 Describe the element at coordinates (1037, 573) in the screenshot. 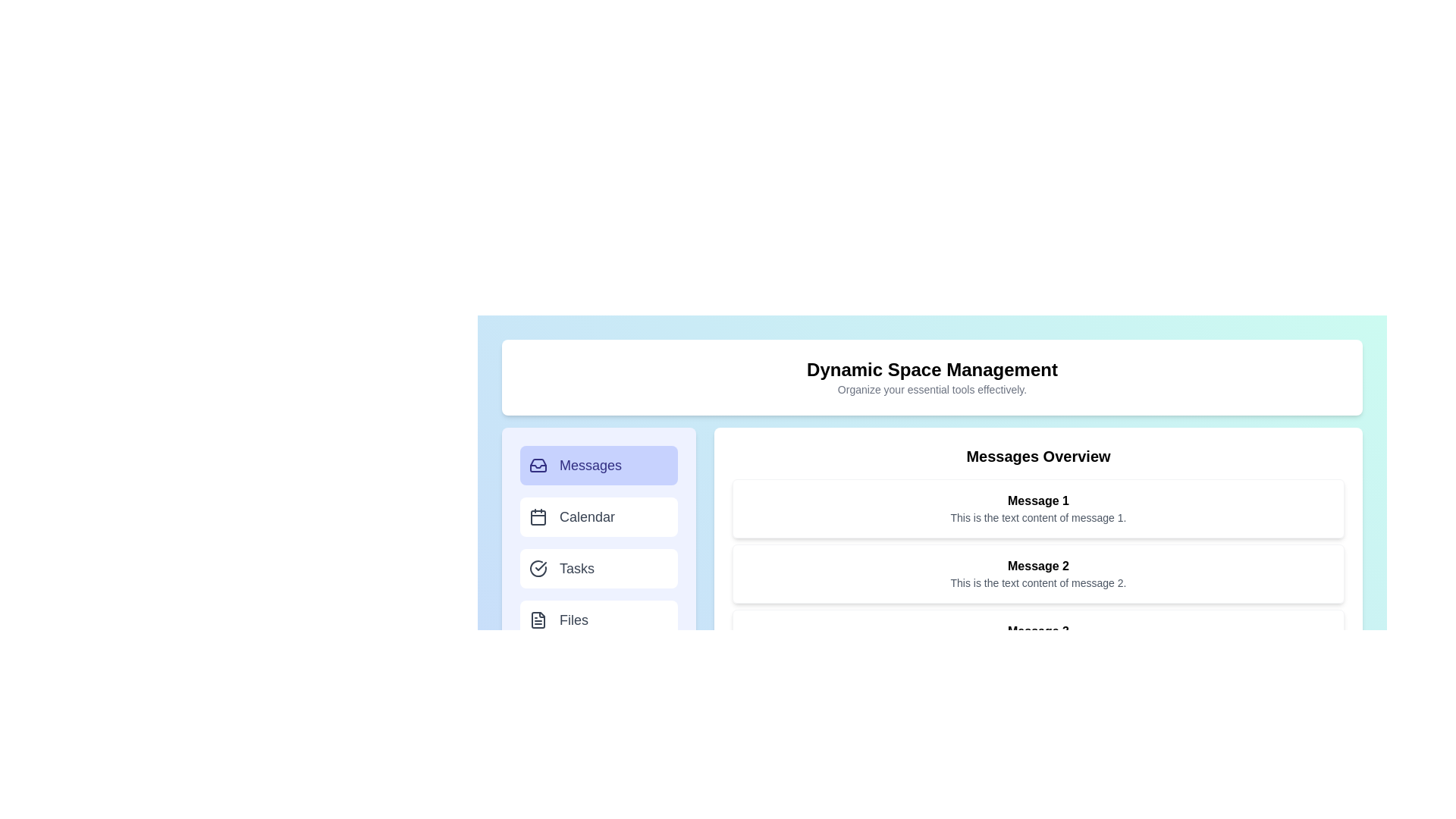

I see `the Text block displaying 'Message 2'` at that location.